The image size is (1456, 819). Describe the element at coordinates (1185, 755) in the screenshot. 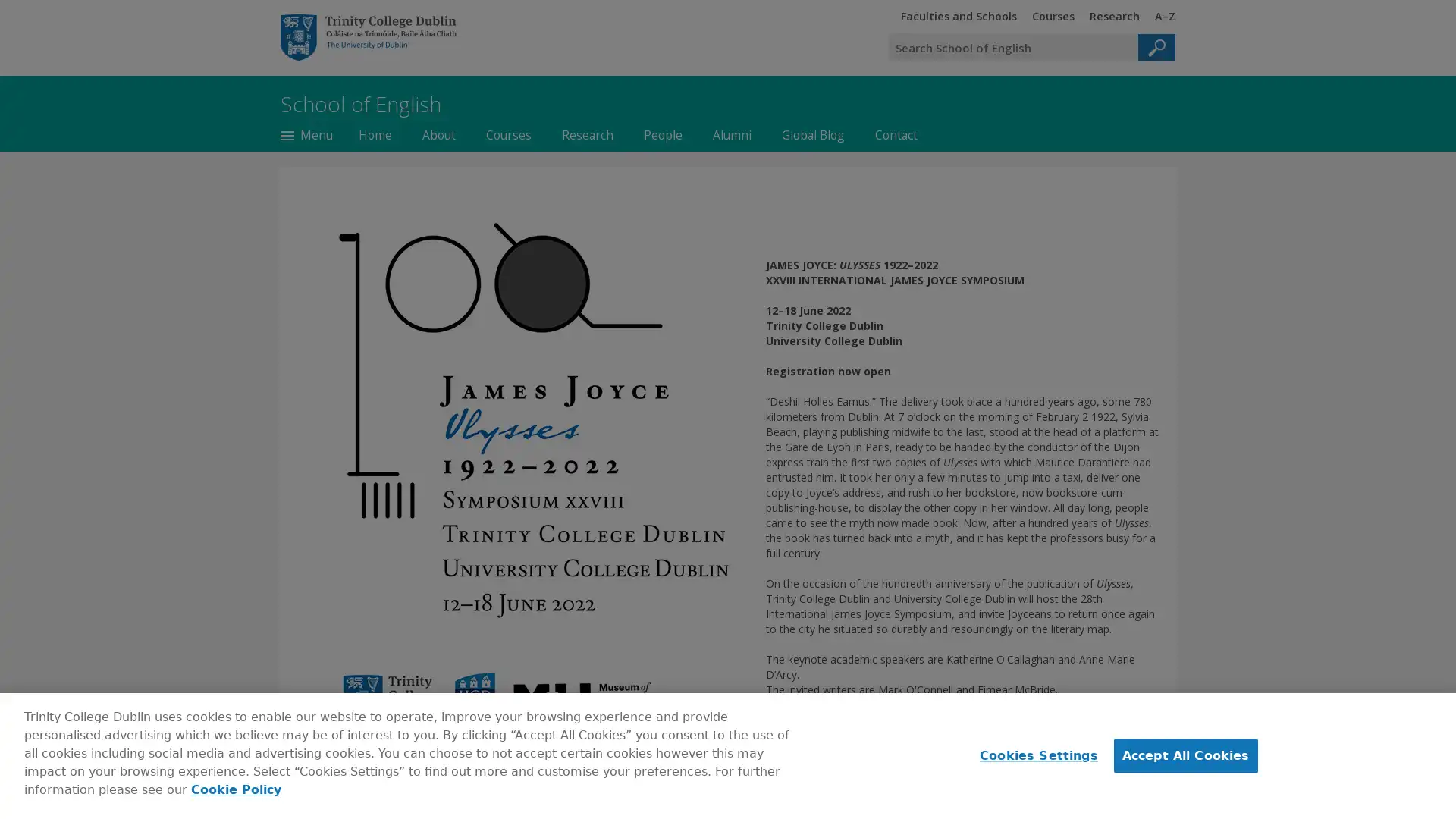

I see `Accept All Cookies` at that location.